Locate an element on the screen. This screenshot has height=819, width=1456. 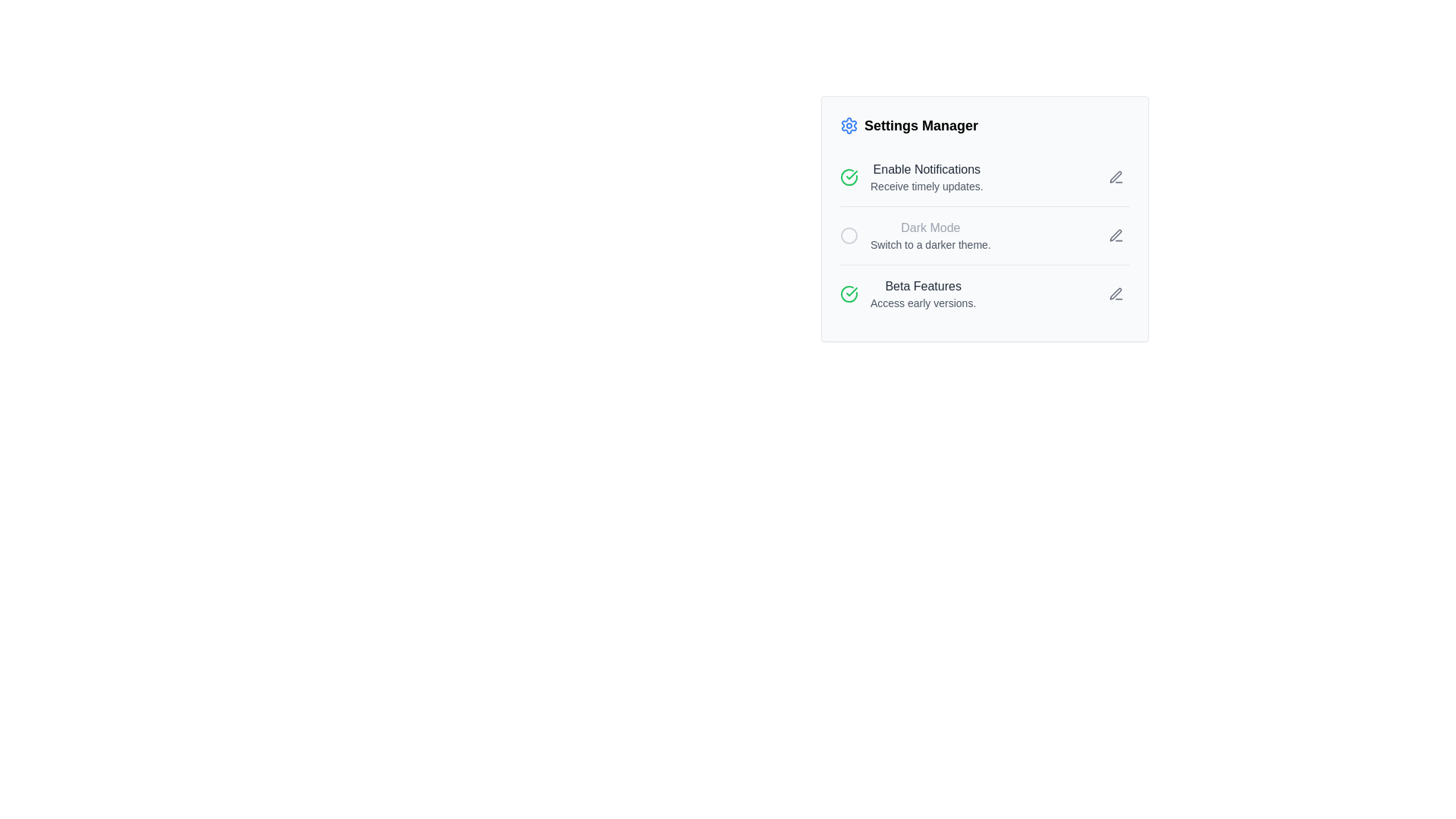
the 'Enable Notifications' static text element located in the 'Settings Manager' section, which is displayed in a medium-sized, bold dark gray font and is visually distinct from the text below it is located at coordinates (926, 169).